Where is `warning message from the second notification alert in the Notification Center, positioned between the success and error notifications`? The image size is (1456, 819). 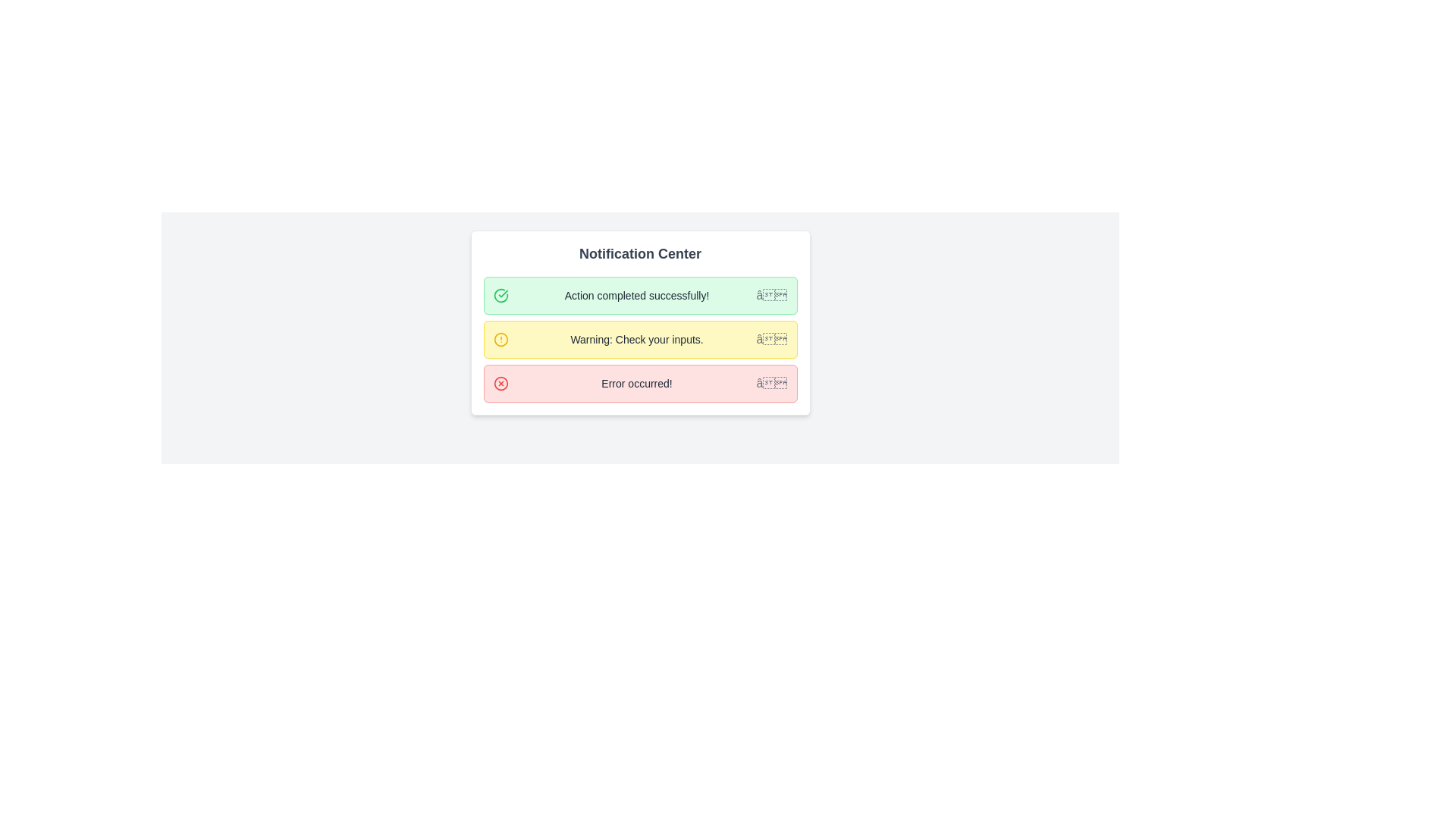 warning message from the second notification alert in the Notification Center, positioned between the success and error notifications is located at coordinates (640, 338).